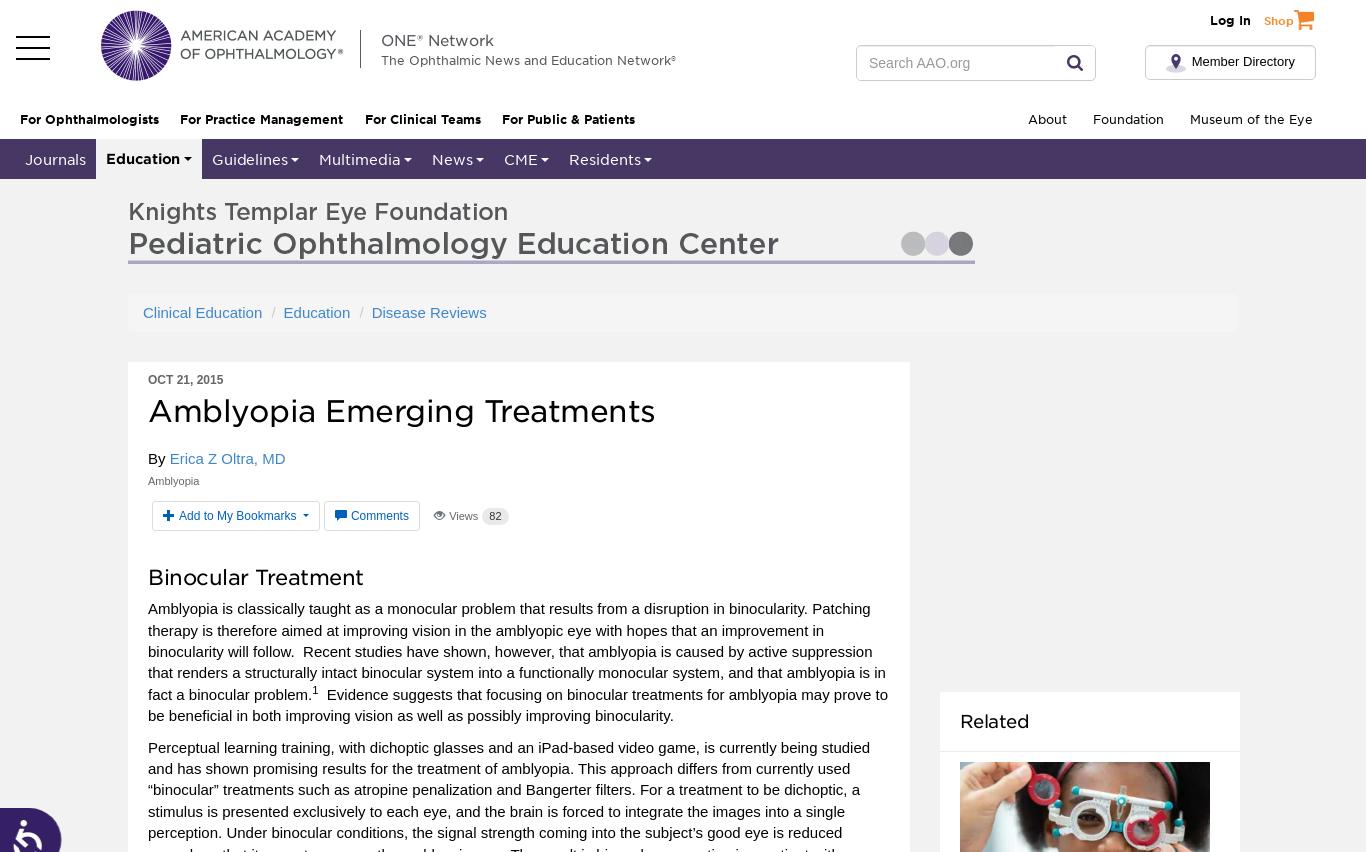 This screenshot has width=1366, height=852. What do you see at coordinates (994, 719) in the screenshot?
I see `'Related'` at bounding box center [994, 719].